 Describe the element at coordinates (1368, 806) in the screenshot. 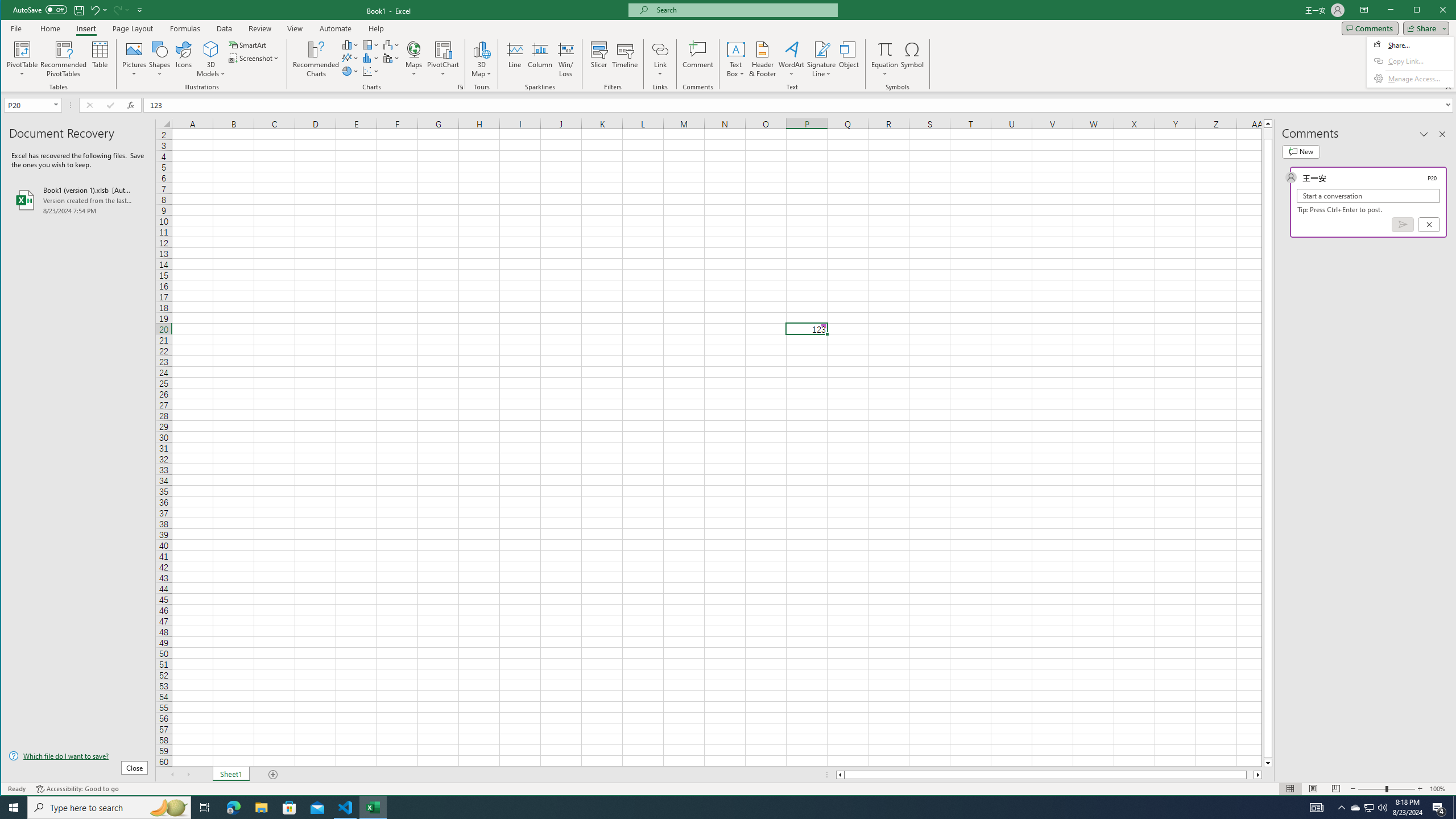

I see `'Notification Chevron'` at that location.